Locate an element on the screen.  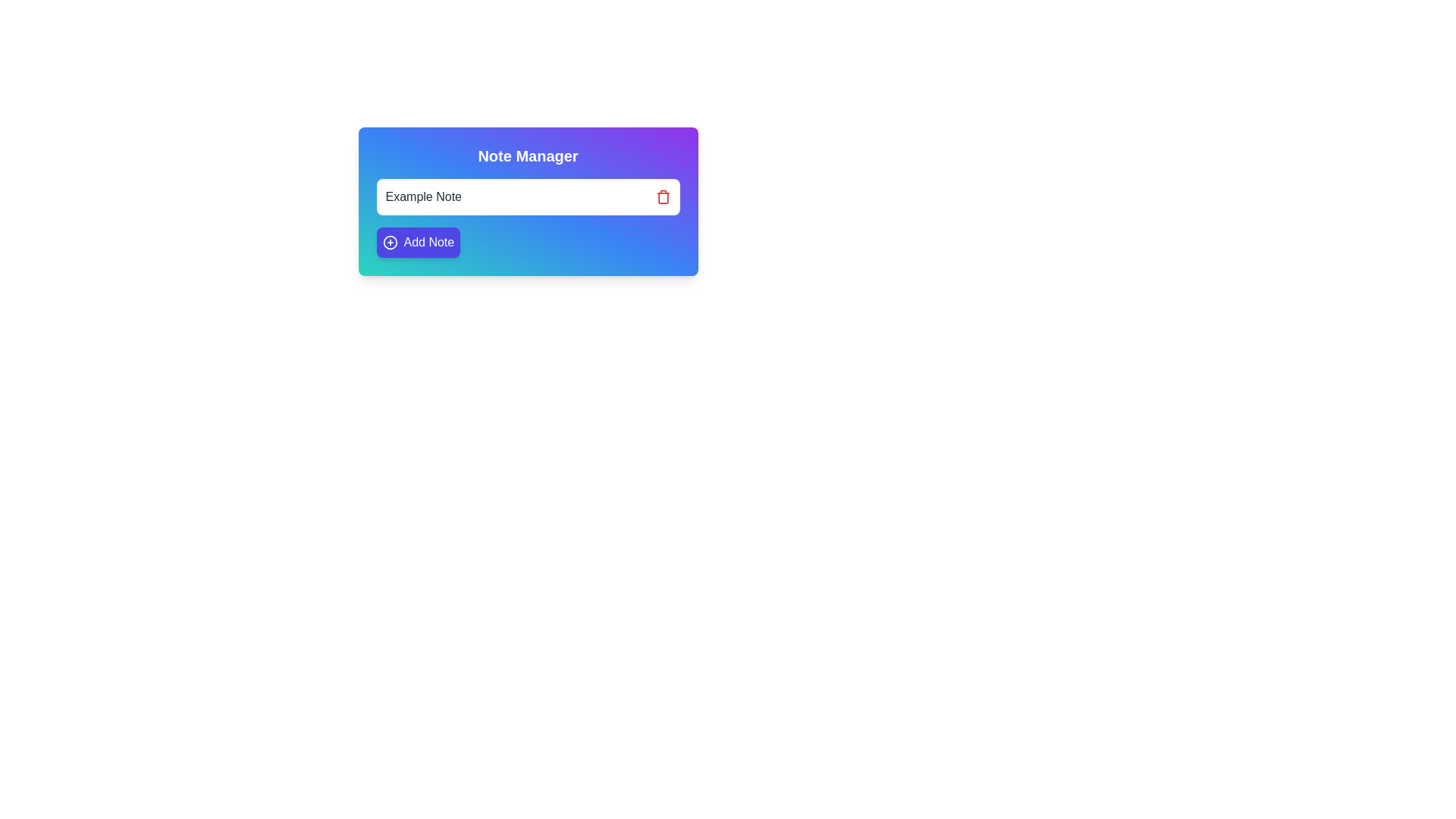
the black-colored static text reading 'Example Note' within a white background box, which is positioned on the left side and horizontally centered towards the top is located at coordinates (423, 196).